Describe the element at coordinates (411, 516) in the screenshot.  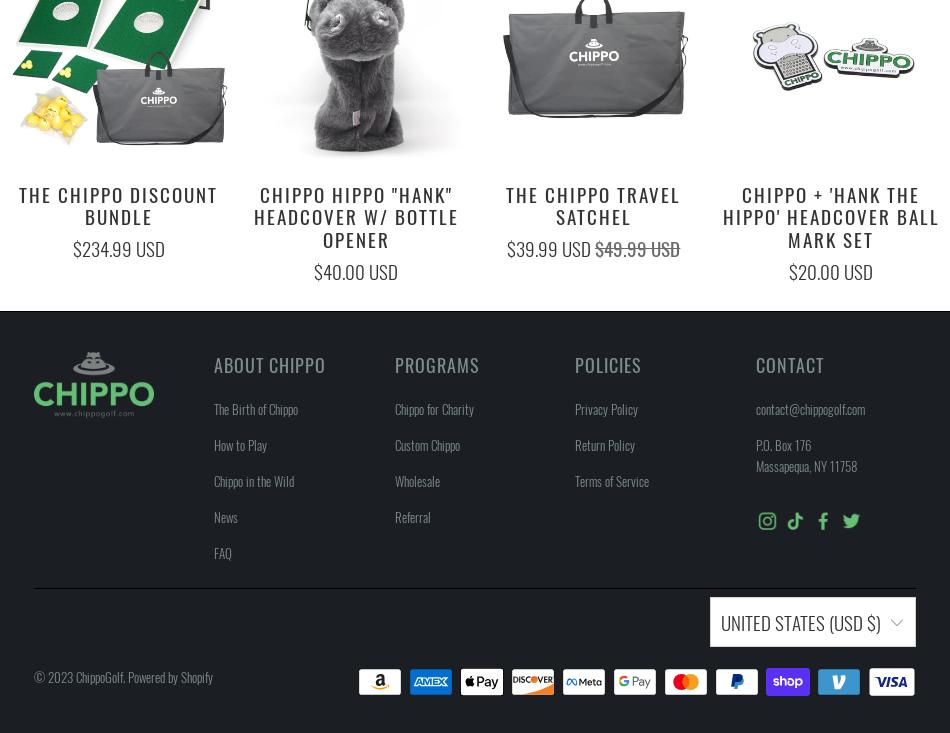
I see `'Referral'` at that location.